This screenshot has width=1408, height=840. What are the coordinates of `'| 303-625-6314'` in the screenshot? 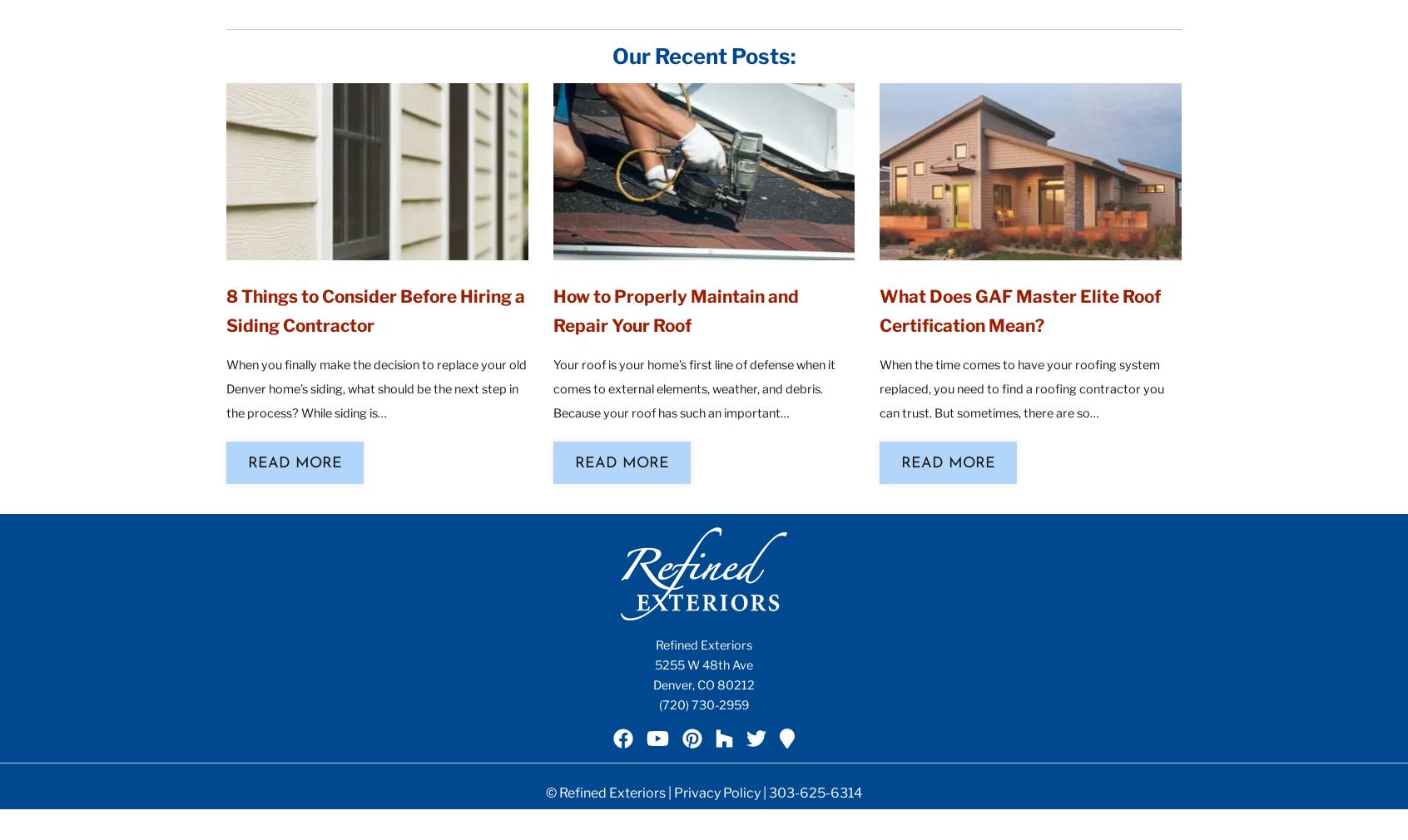 It's located at (811, 792).